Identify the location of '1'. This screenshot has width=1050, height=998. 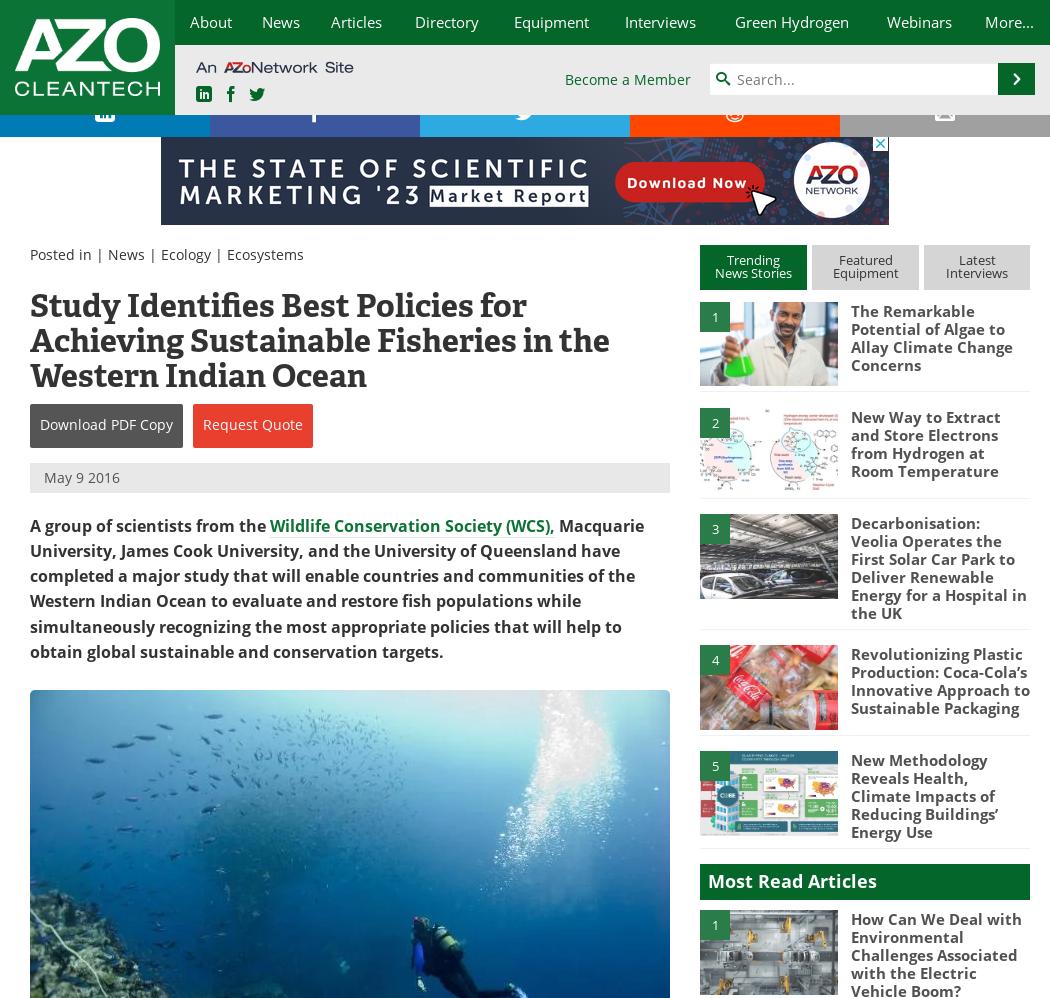
(710, 925).